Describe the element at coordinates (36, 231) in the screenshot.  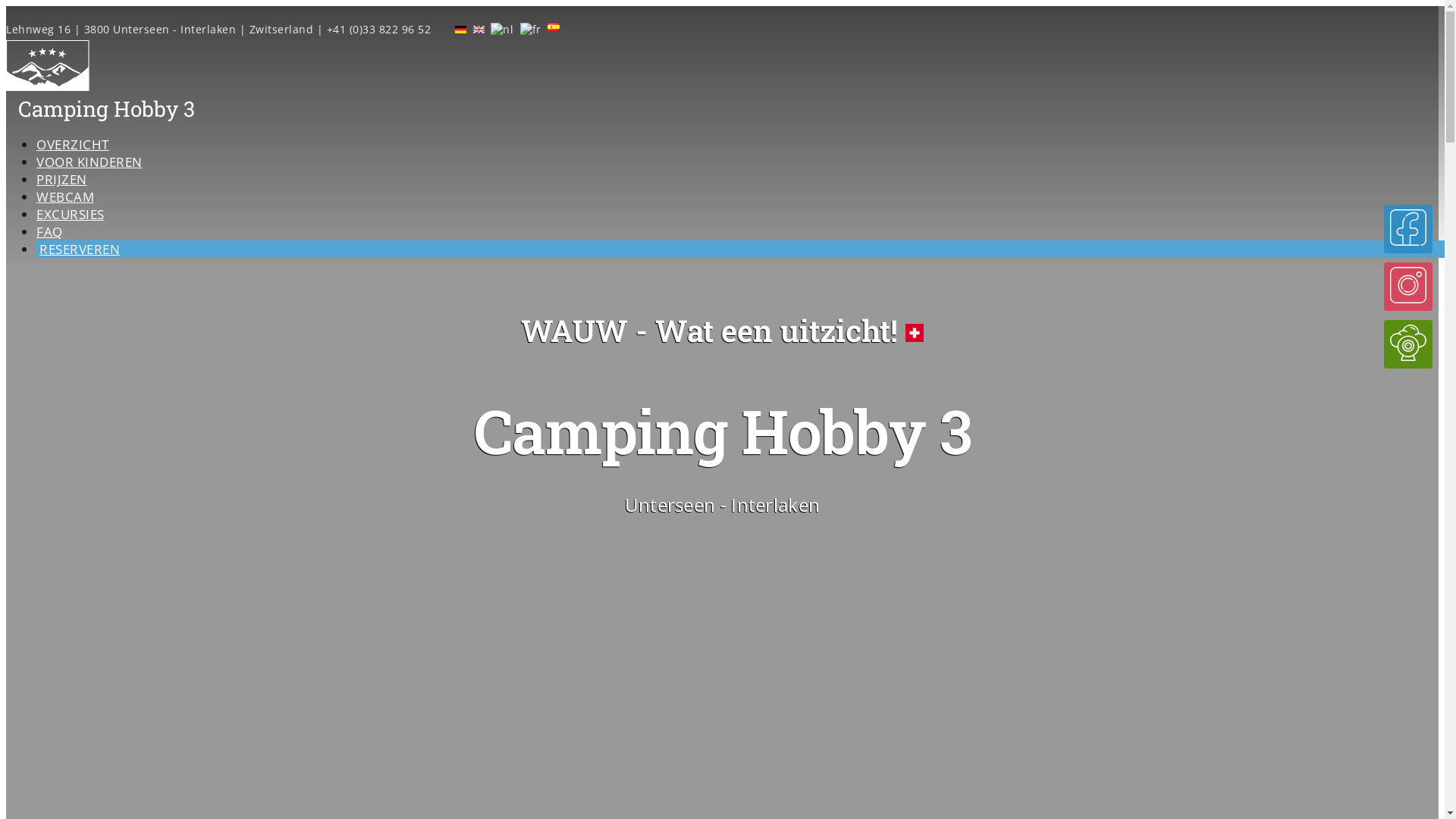
I see `'FAQ'` at that location.